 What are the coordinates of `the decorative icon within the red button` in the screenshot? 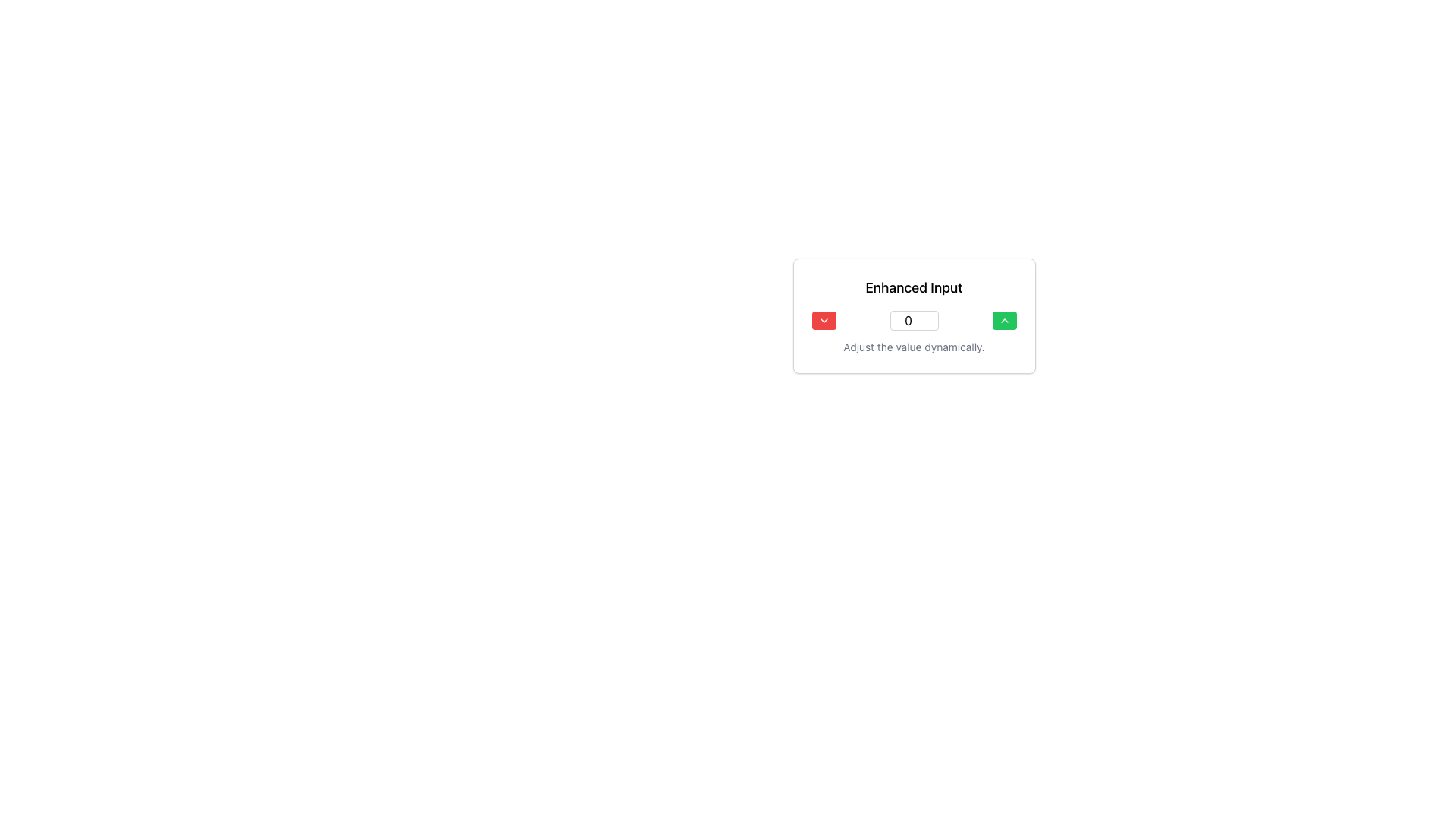 It's located at (823, 320).